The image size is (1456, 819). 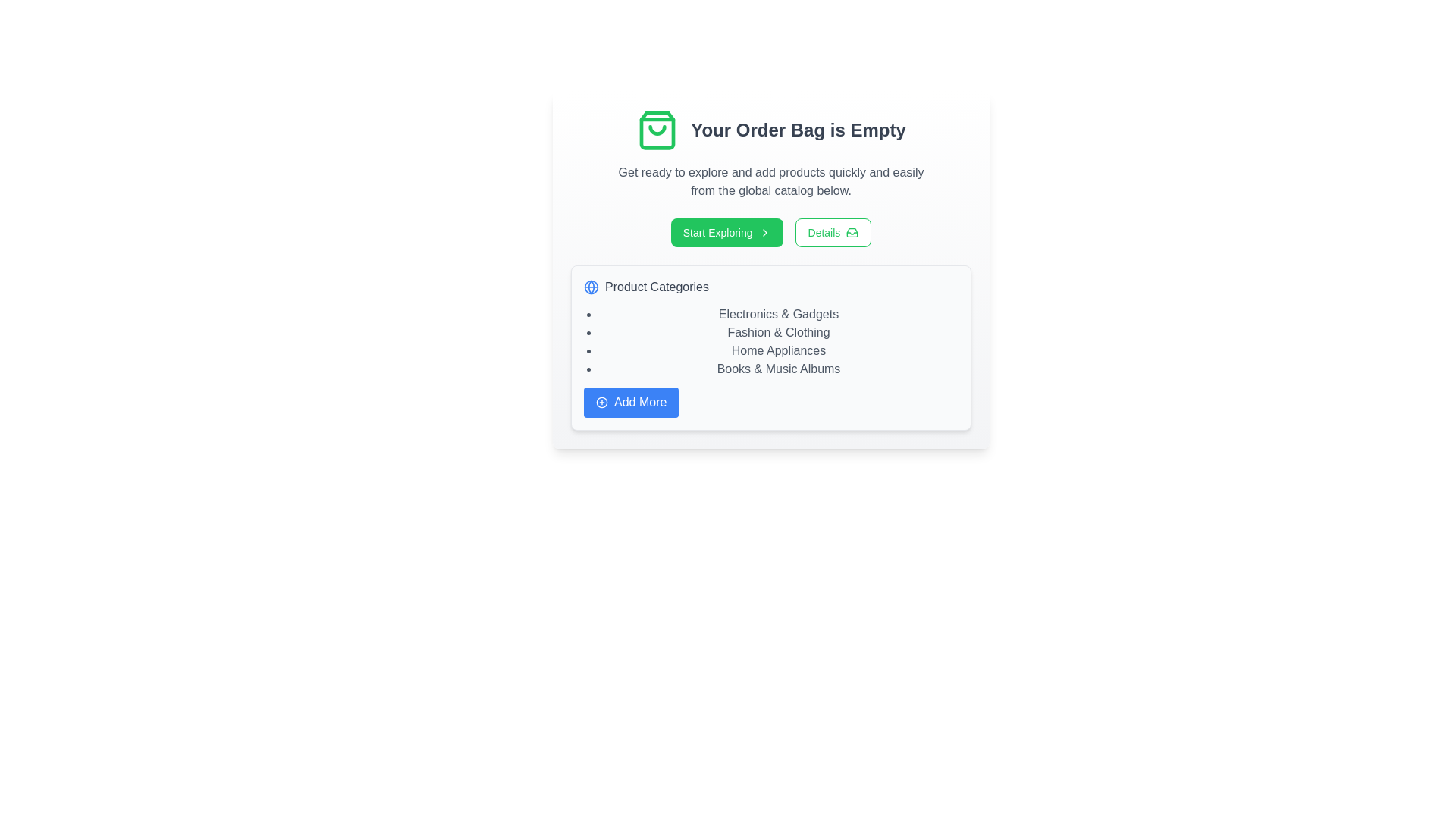 I want to click on centered paragraph of gray text that reads 'Get ready to explore and add products quickly and easily from the global catalog below.' located beneath the heading 'Your Order Bag is Empty.', so click(x=771, y=180).